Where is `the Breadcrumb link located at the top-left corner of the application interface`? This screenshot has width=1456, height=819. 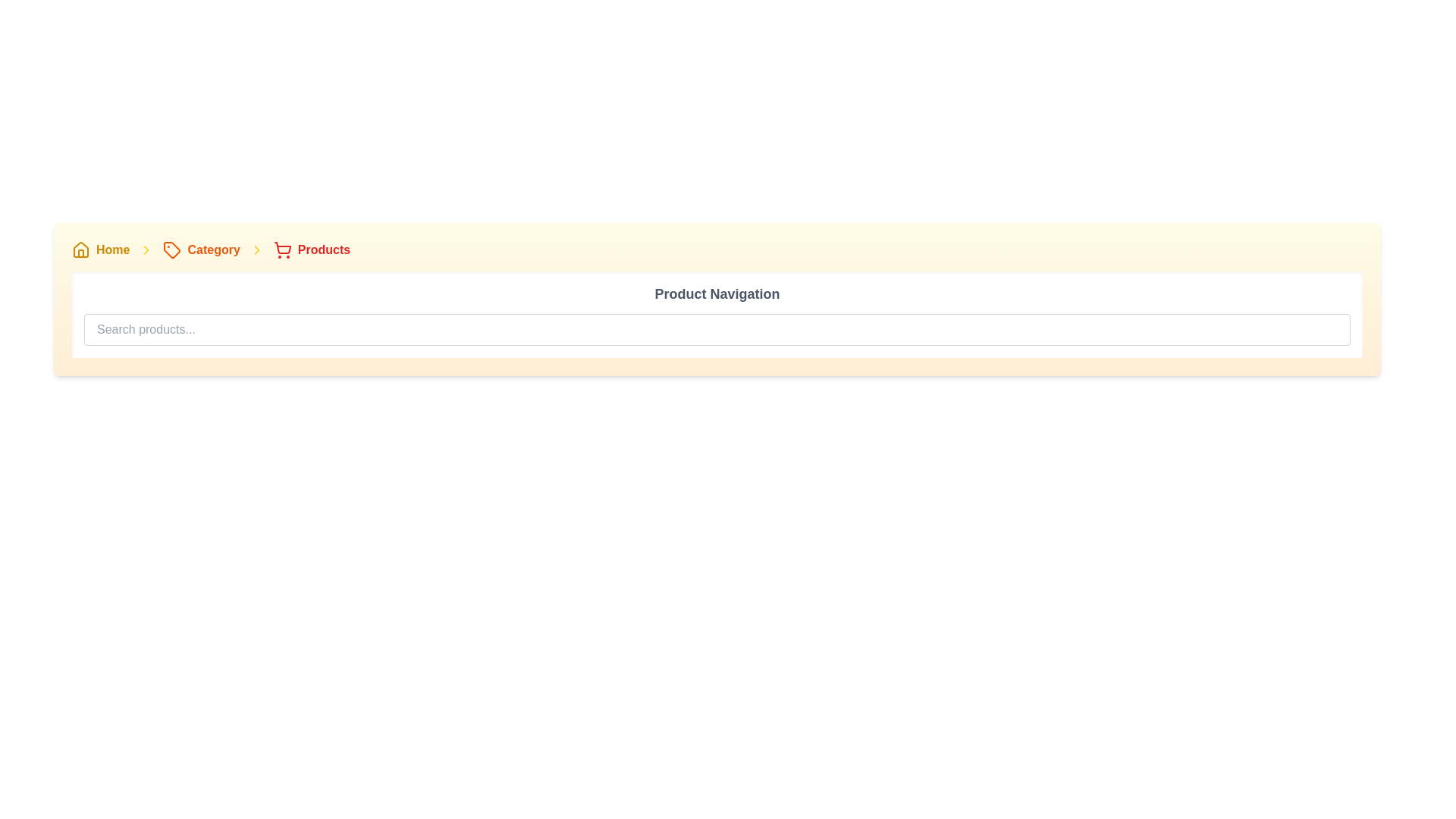
the Breadcrumb link located at the top-left corner of the application interface is located at coordinates (100, 249).